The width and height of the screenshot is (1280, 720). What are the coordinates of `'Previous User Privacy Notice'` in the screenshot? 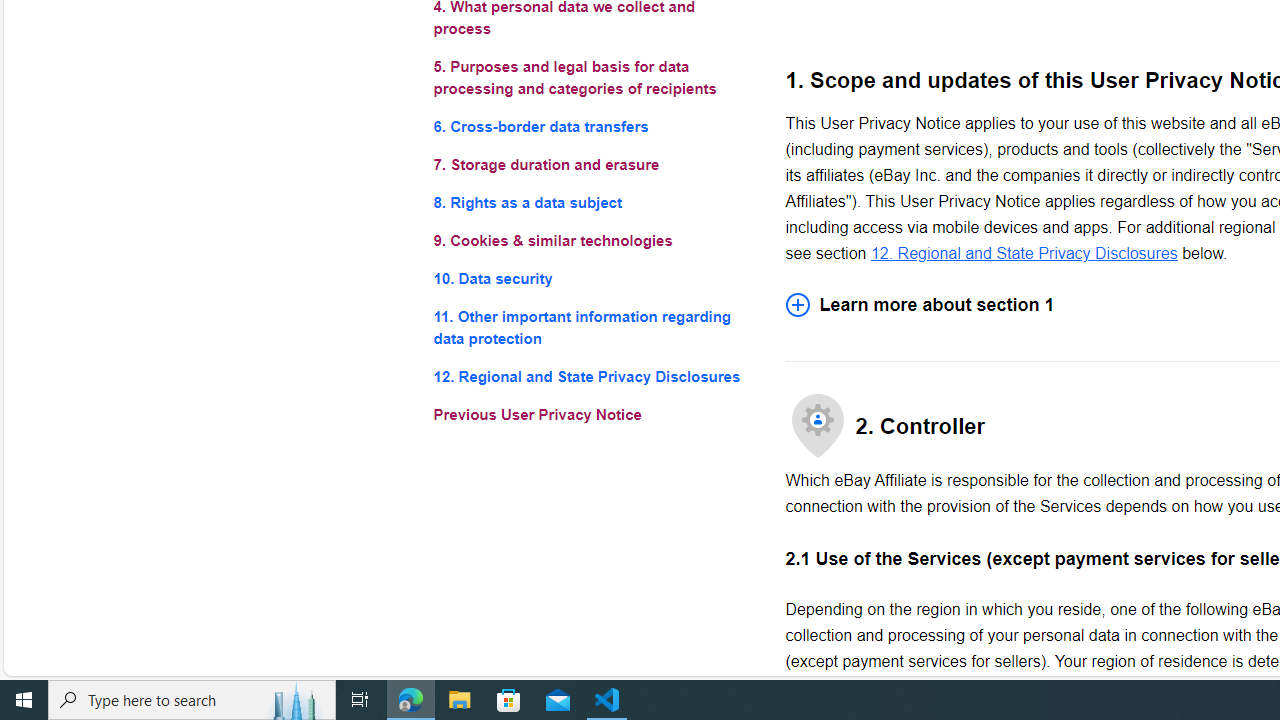 It's located at (592, 414).